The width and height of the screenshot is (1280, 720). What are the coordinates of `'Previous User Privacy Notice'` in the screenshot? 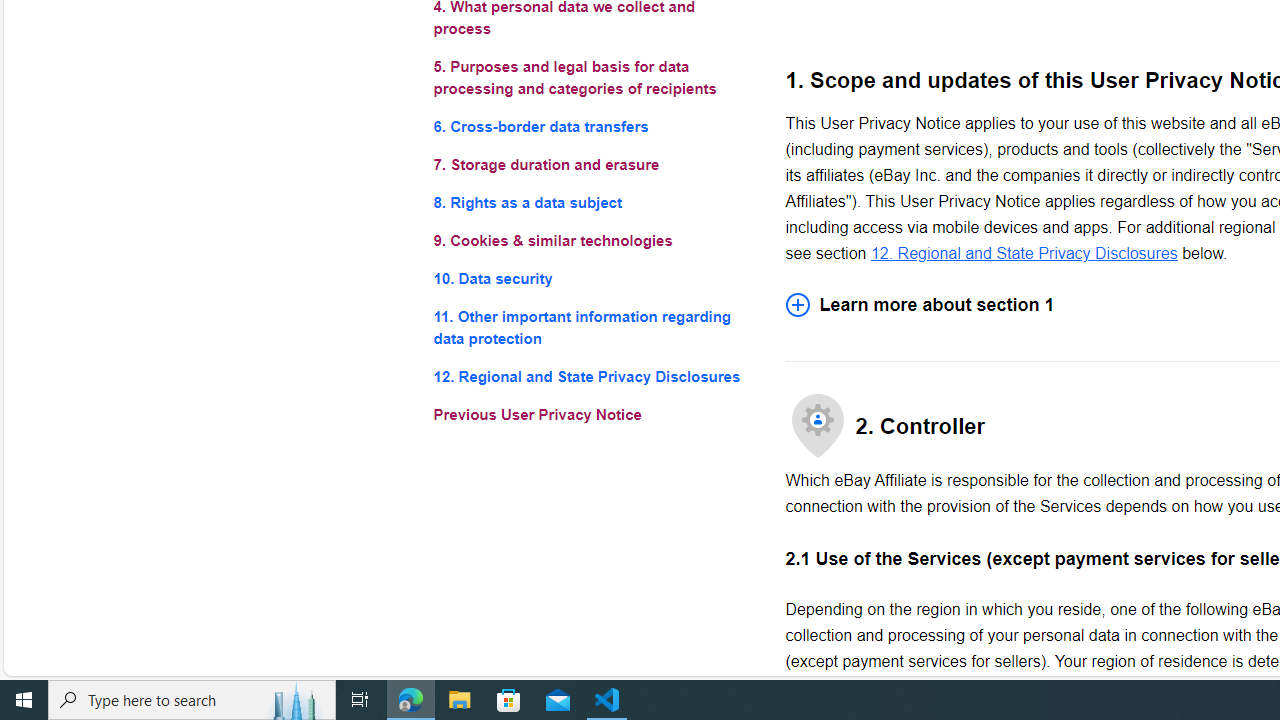 It's located at (592, 414).